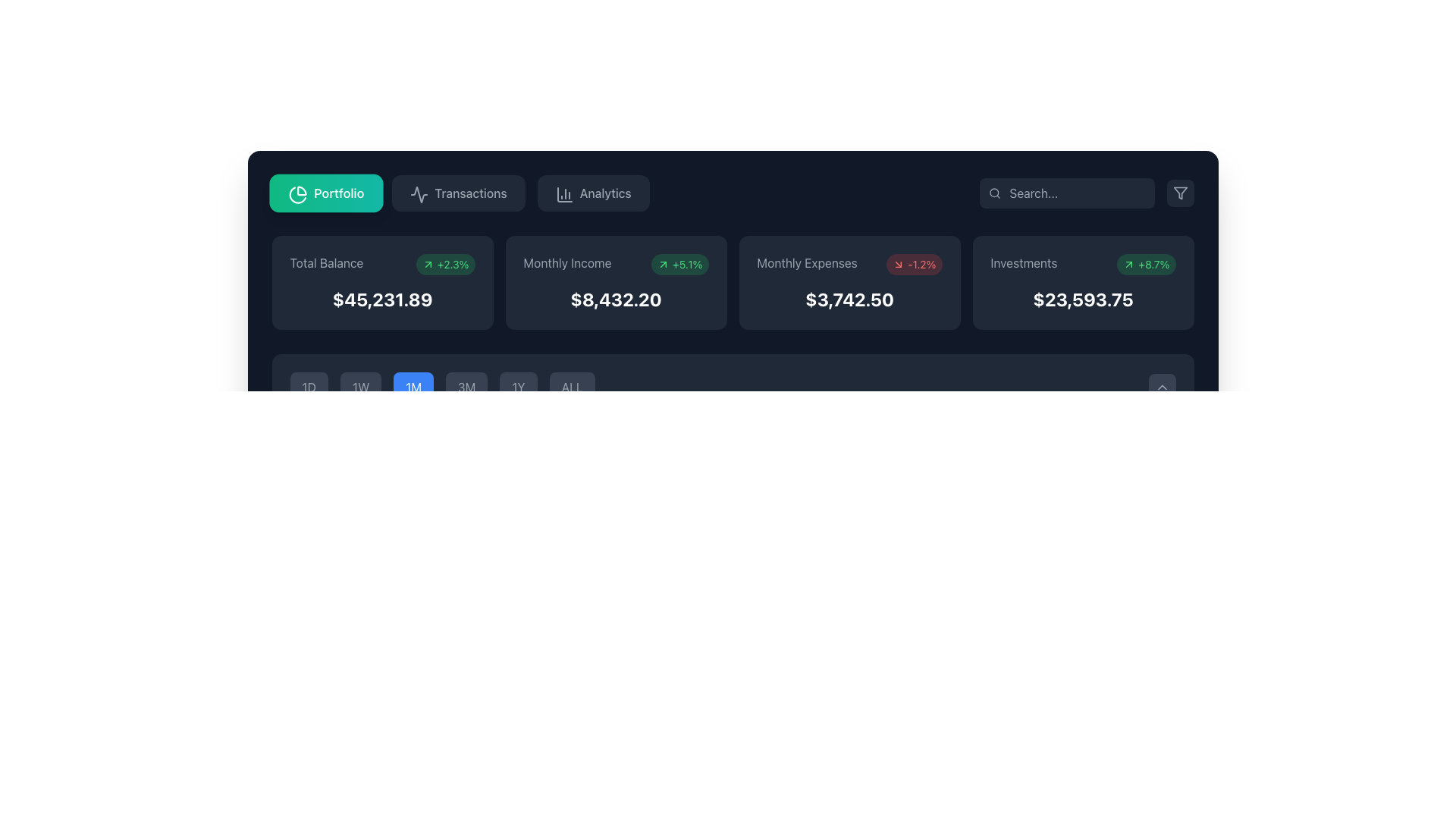  Describe the element at coordinates (913, 263) in the screenshot. I see `percentage change badge located at the top-right of the '$3,742.50' amount in the 'Monthly Expenses' area of the dashboard for contextual understanding` at that location.